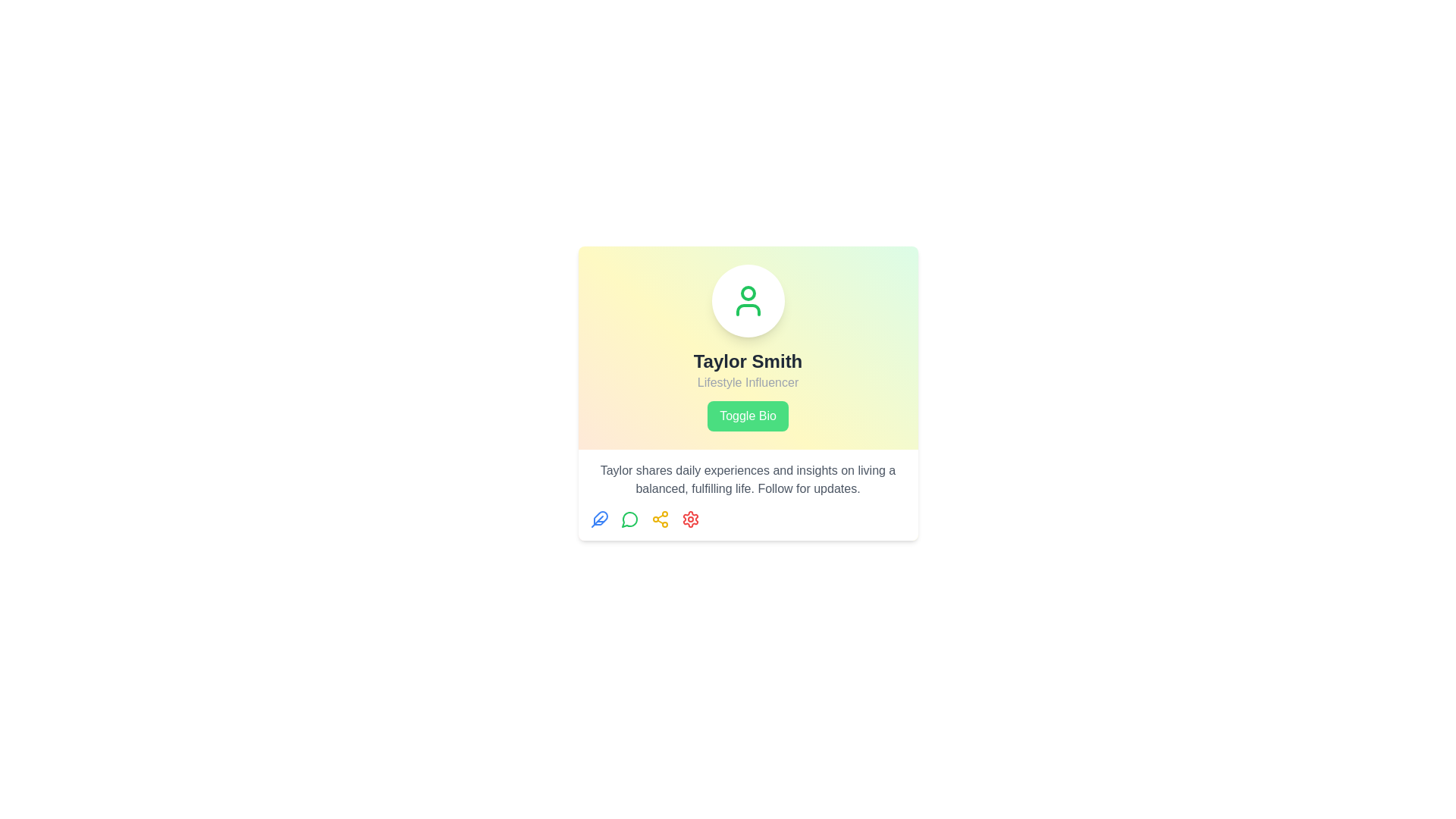 The height and width of the screenshot is (819, 1456). What do you see at coordinates (689, 519) in the screenshot?
I see `the settings icon button located at the far right of the row of functional icons beneath the user information card` at bounding box center [689, 519].